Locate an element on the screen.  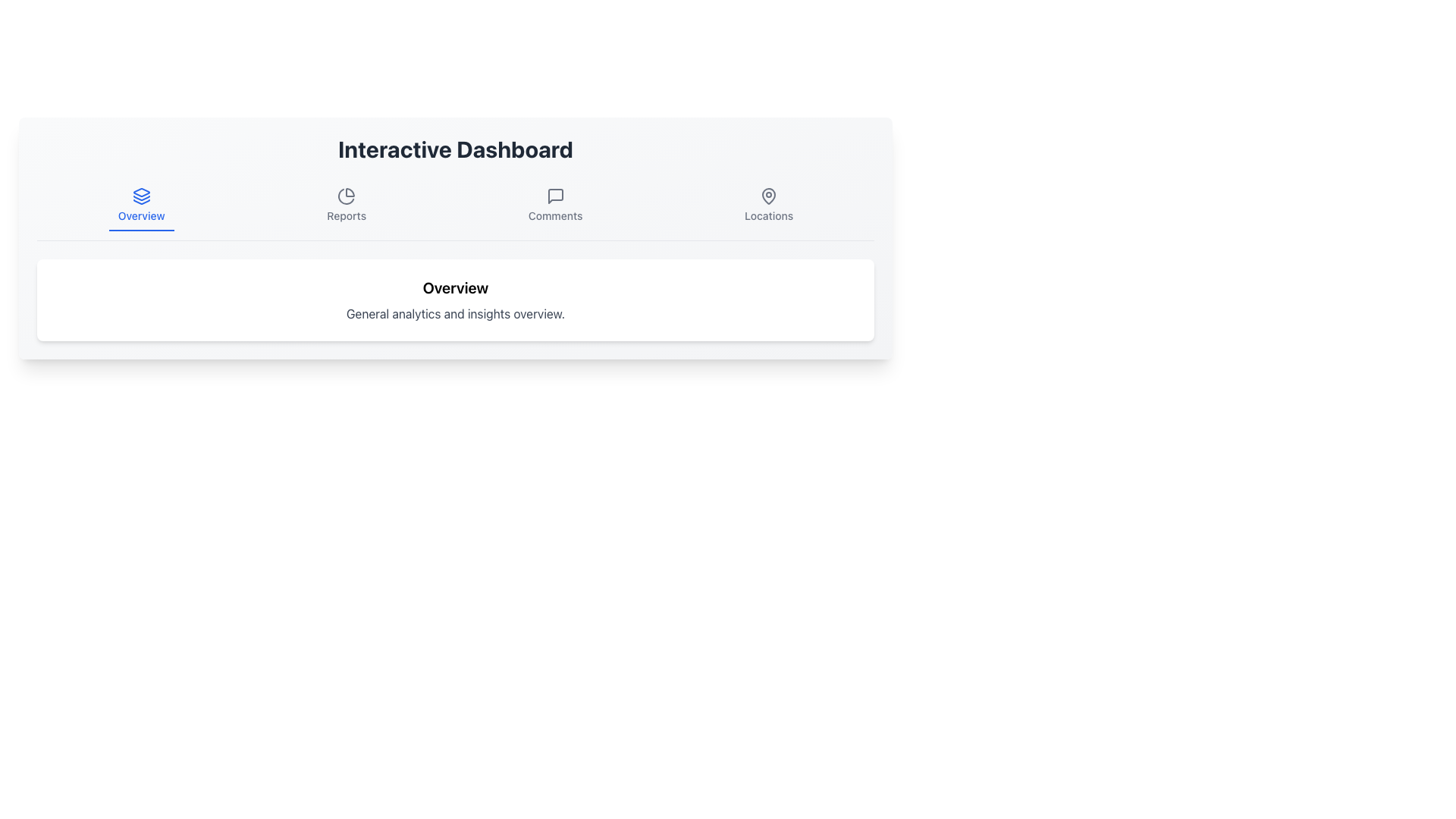
the button with a map pin icon and 'Locations' text is located at coordinates (769, 206).